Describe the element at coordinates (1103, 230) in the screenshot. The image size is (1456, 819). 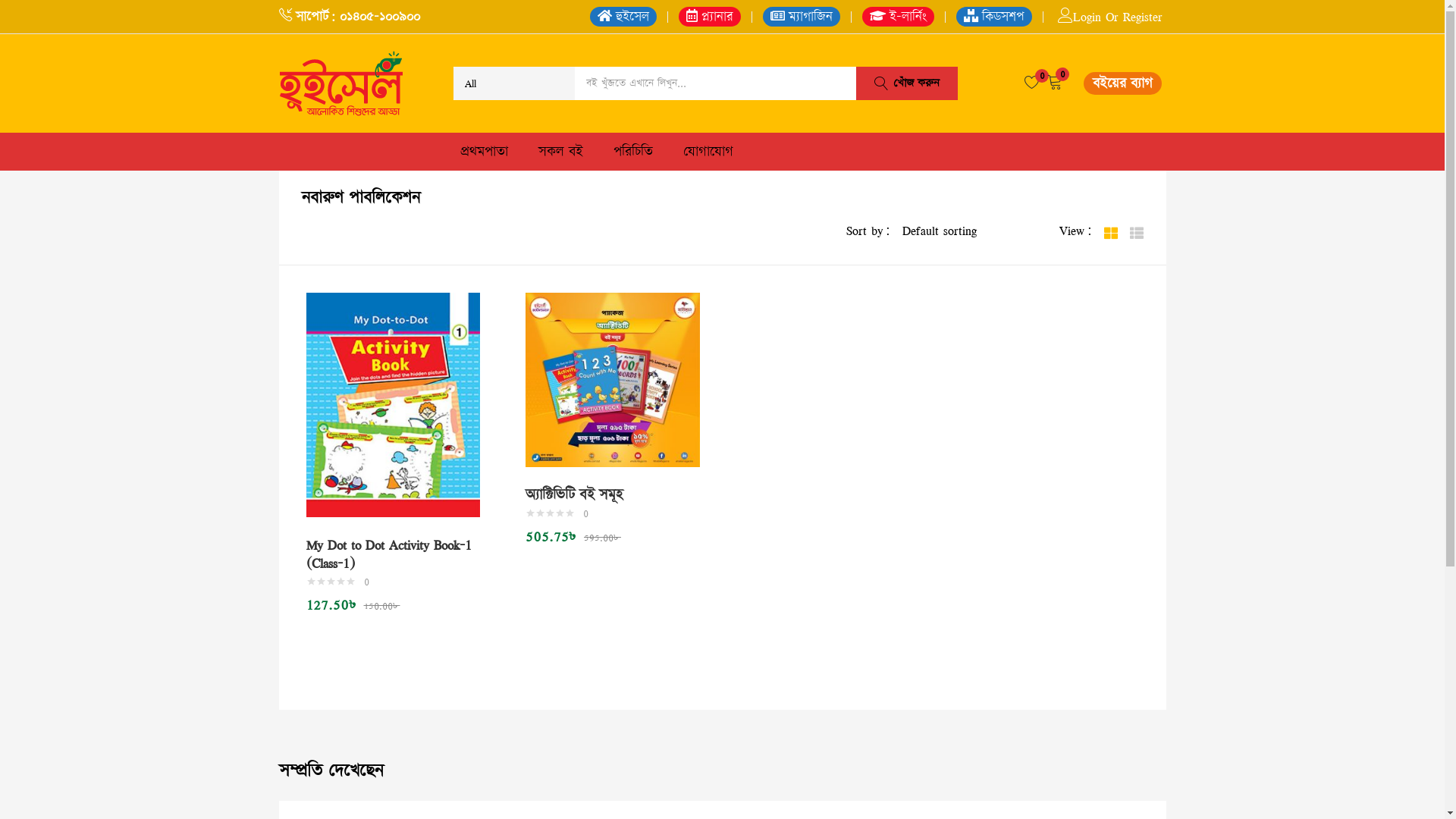
I see `'Grid'` at that location.